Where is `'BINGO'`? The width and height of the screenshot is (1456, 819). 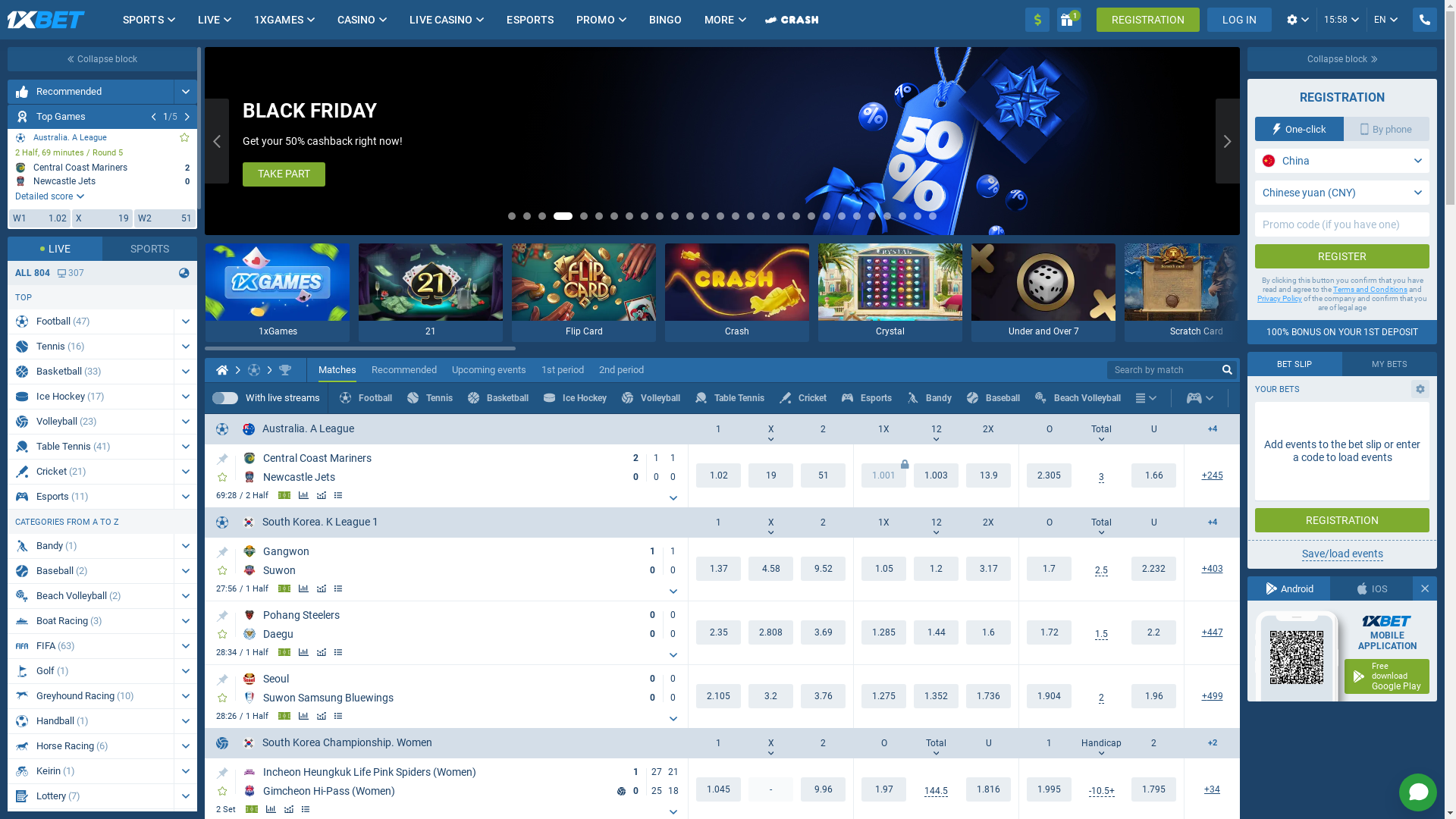 'BINGO' is located at coordinates (666, 20).